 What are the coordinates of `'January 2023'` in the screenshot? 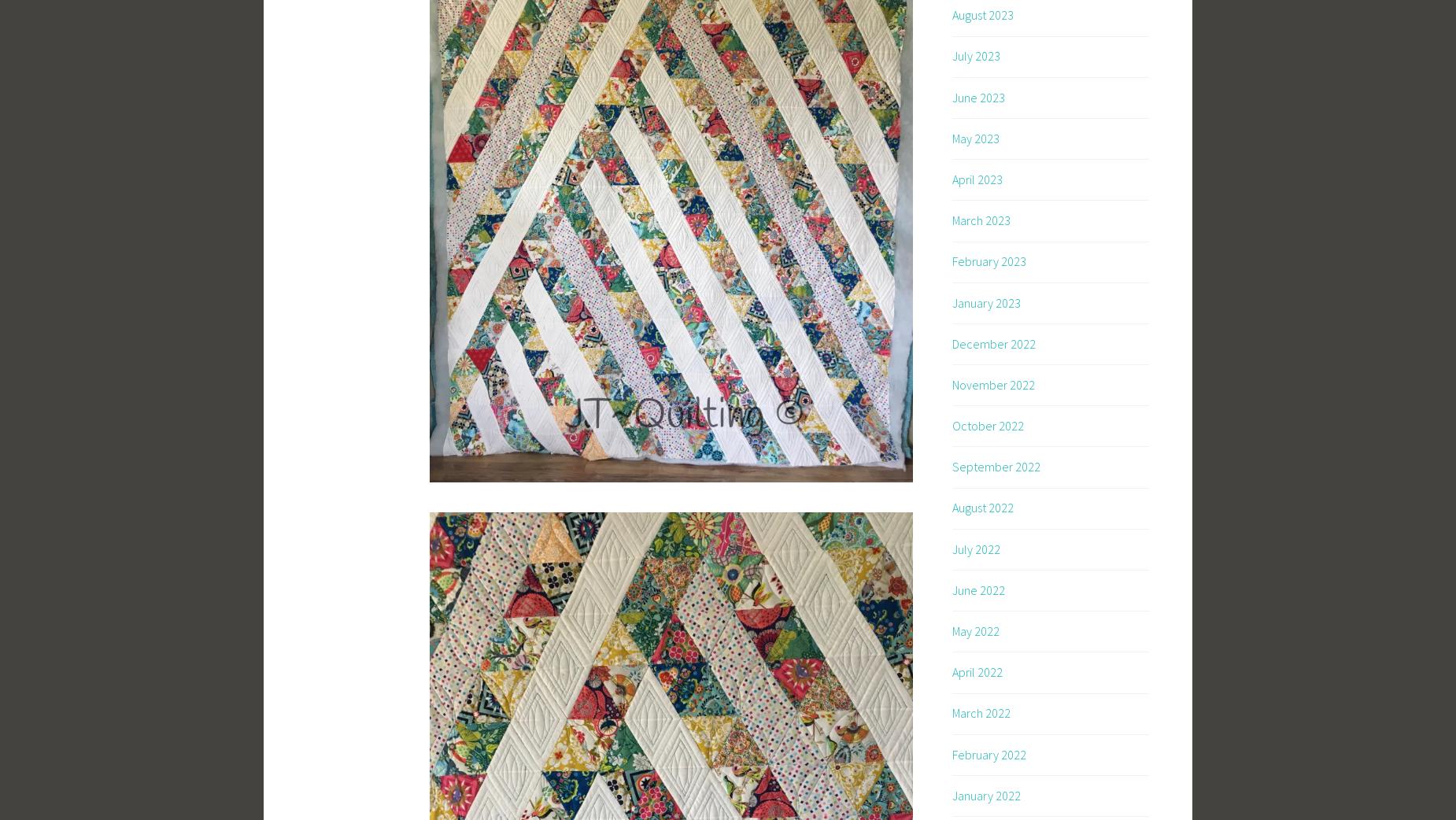 It's located at (985, 301).